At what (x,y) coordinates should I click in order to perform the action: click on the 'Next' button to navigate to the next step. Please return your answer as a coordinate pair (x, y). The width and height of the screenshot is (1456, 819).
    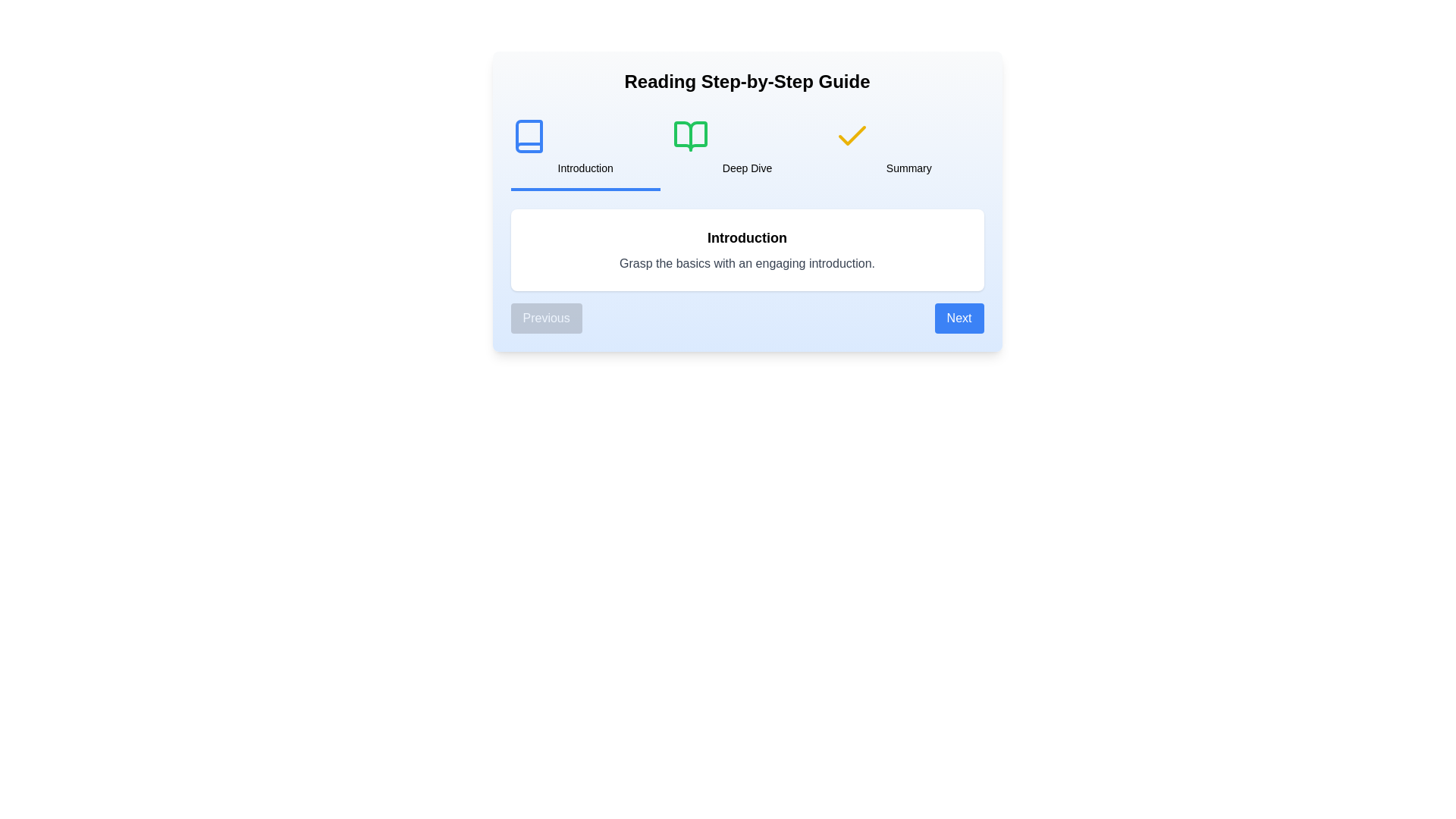
    Looking at the image, I should click on (959, 318).